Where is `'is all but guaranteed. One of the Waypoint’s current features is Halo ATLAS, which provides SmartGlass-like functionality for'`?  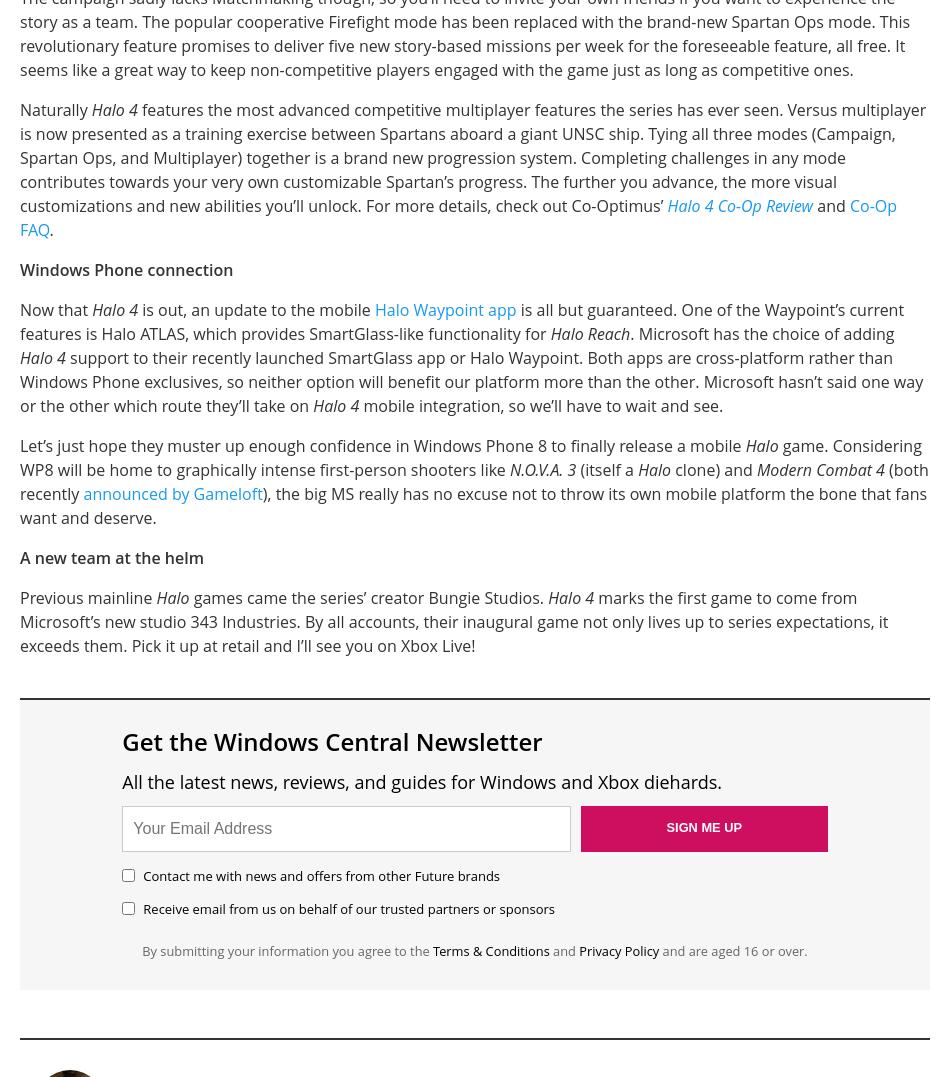 'is all but guaranteed. One of the Waypoint’s current features is Halo ATLAS, which provides SmartGlass-like functionality for' is located at coordinates (460, 321).